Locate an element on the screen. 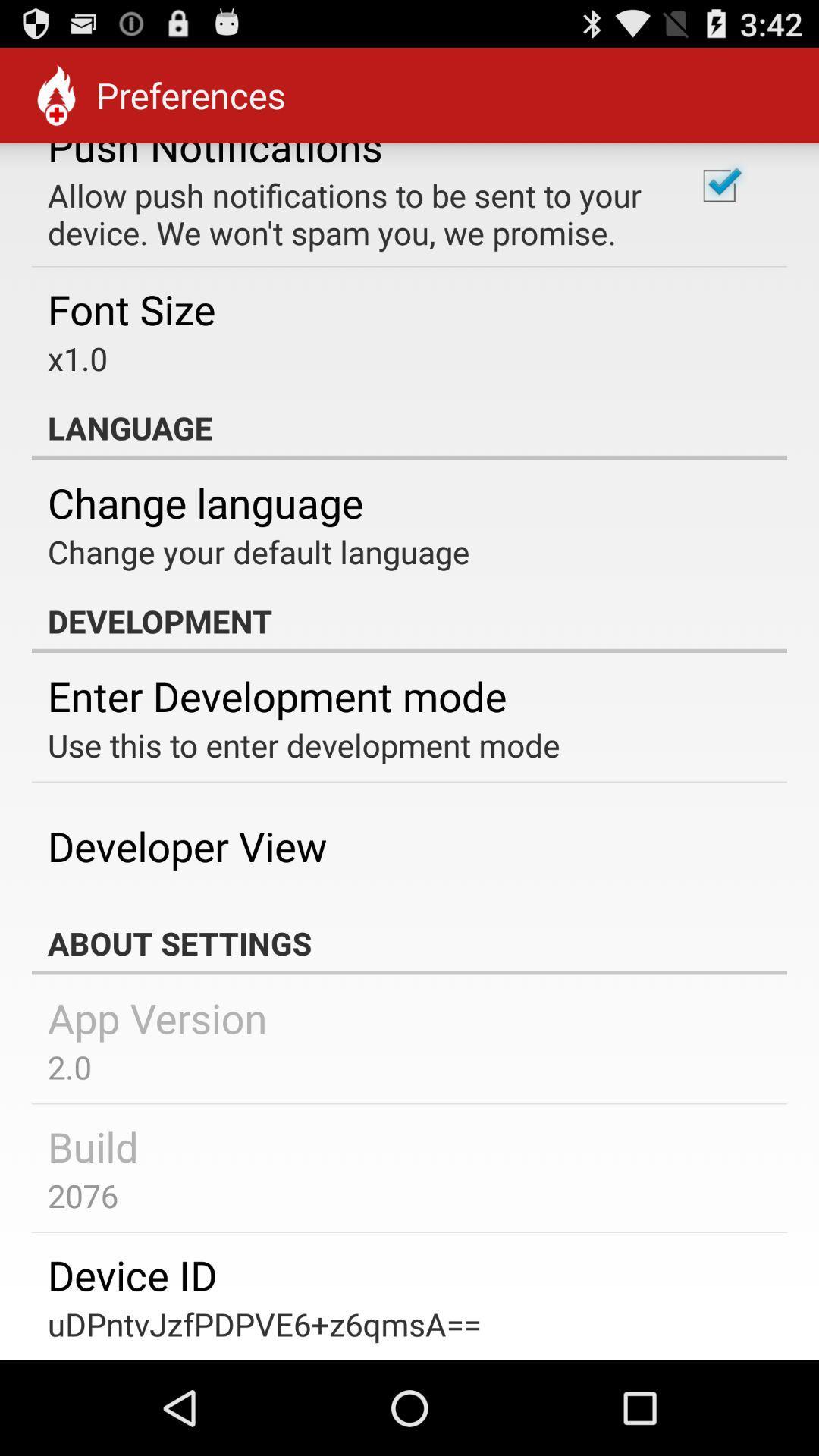 This screenshot has width=819, height=1456. the item above the developer view icon is located at coordinates (303, 745).